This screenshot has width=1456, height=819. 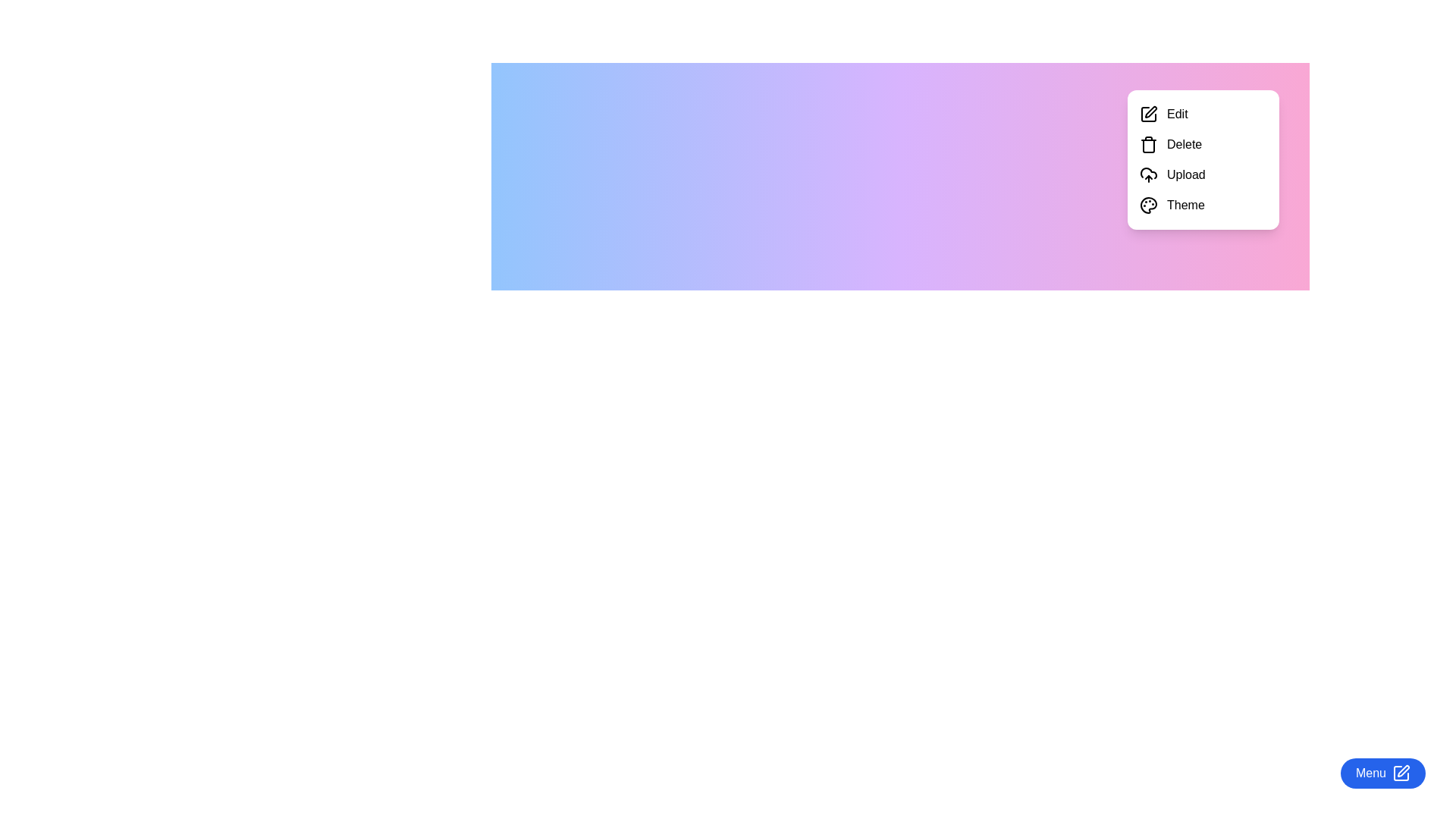 I want to click on the 'Menu' button to toggle the main menu visibility, so click(x=1383, y=773).